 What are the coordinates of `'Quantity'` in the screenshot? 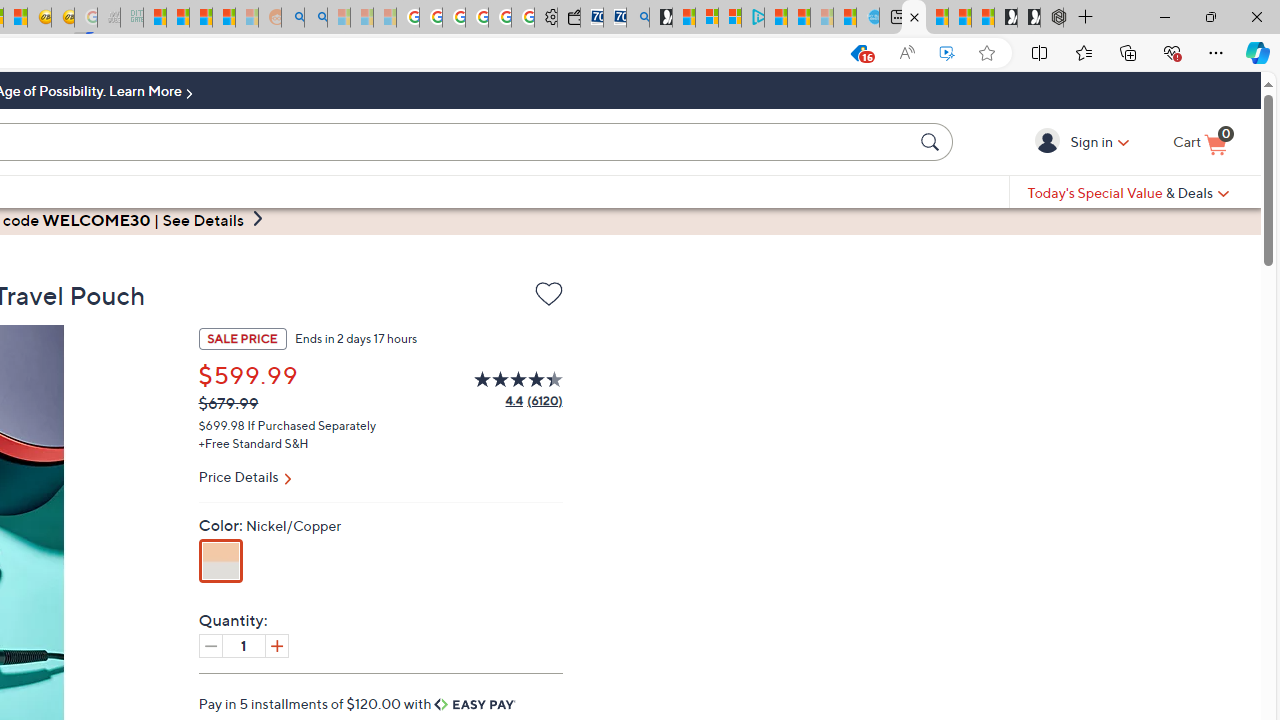 It's located at (242, 645).